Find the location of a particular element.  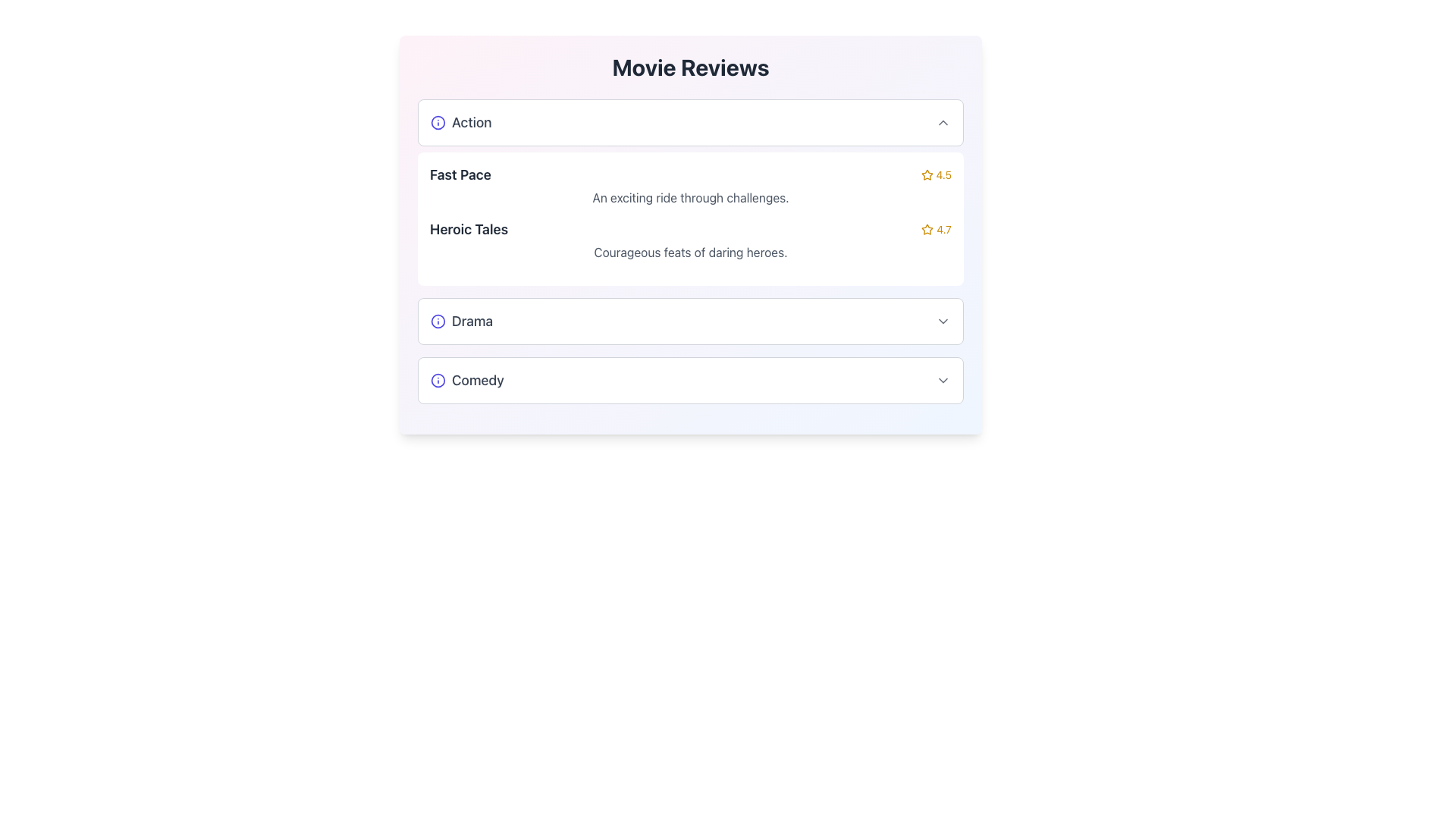

the gold star-shaped rating icon located adjacent to the text '4.5' in the second expandable card titled 'Action' is located at coordinates (926, 174).